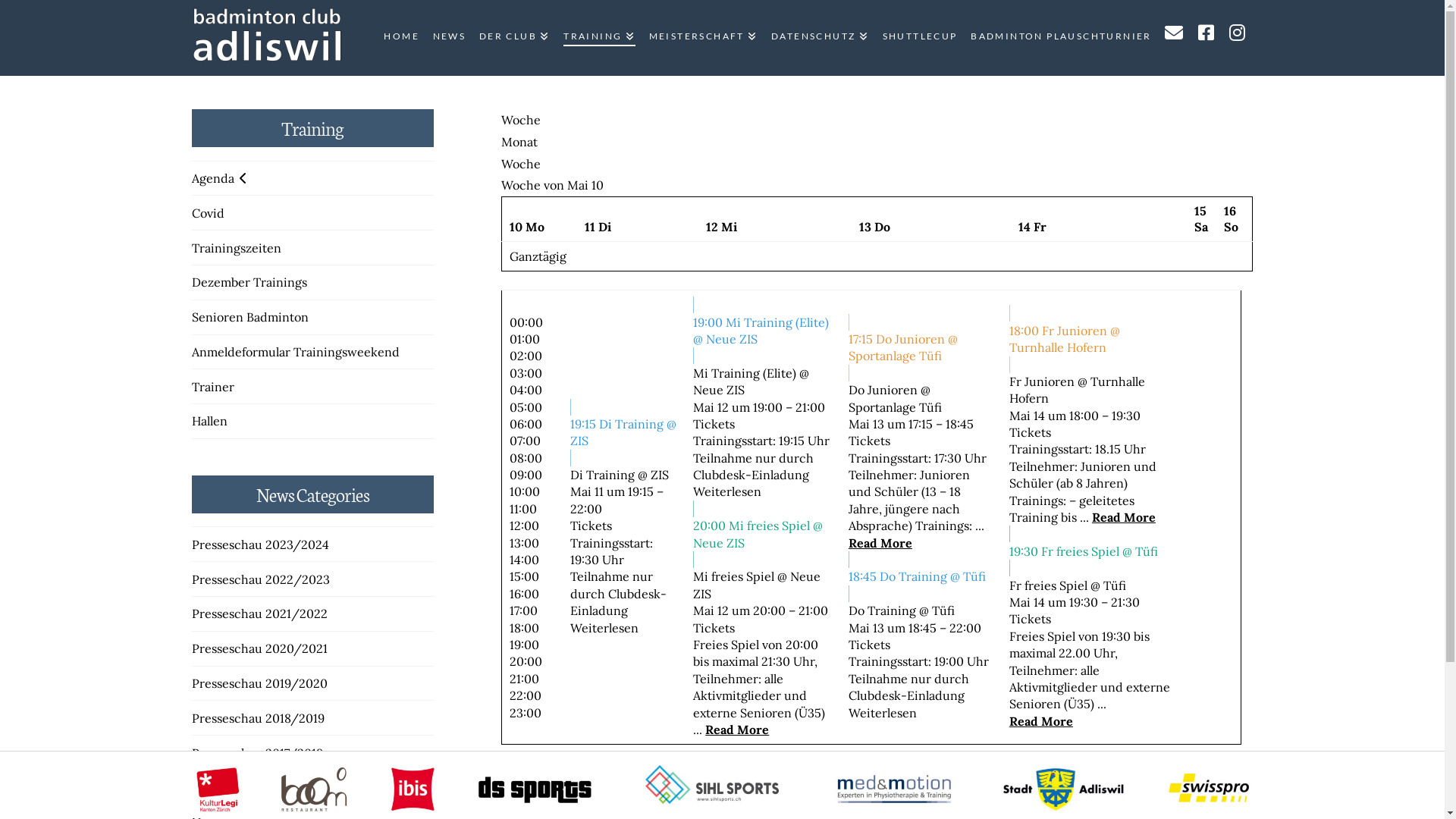 This screenshot has height=819, width=1456. Describe the element at coordinates (736, 728) in the screenshot. I see `'Read More'` at that location.